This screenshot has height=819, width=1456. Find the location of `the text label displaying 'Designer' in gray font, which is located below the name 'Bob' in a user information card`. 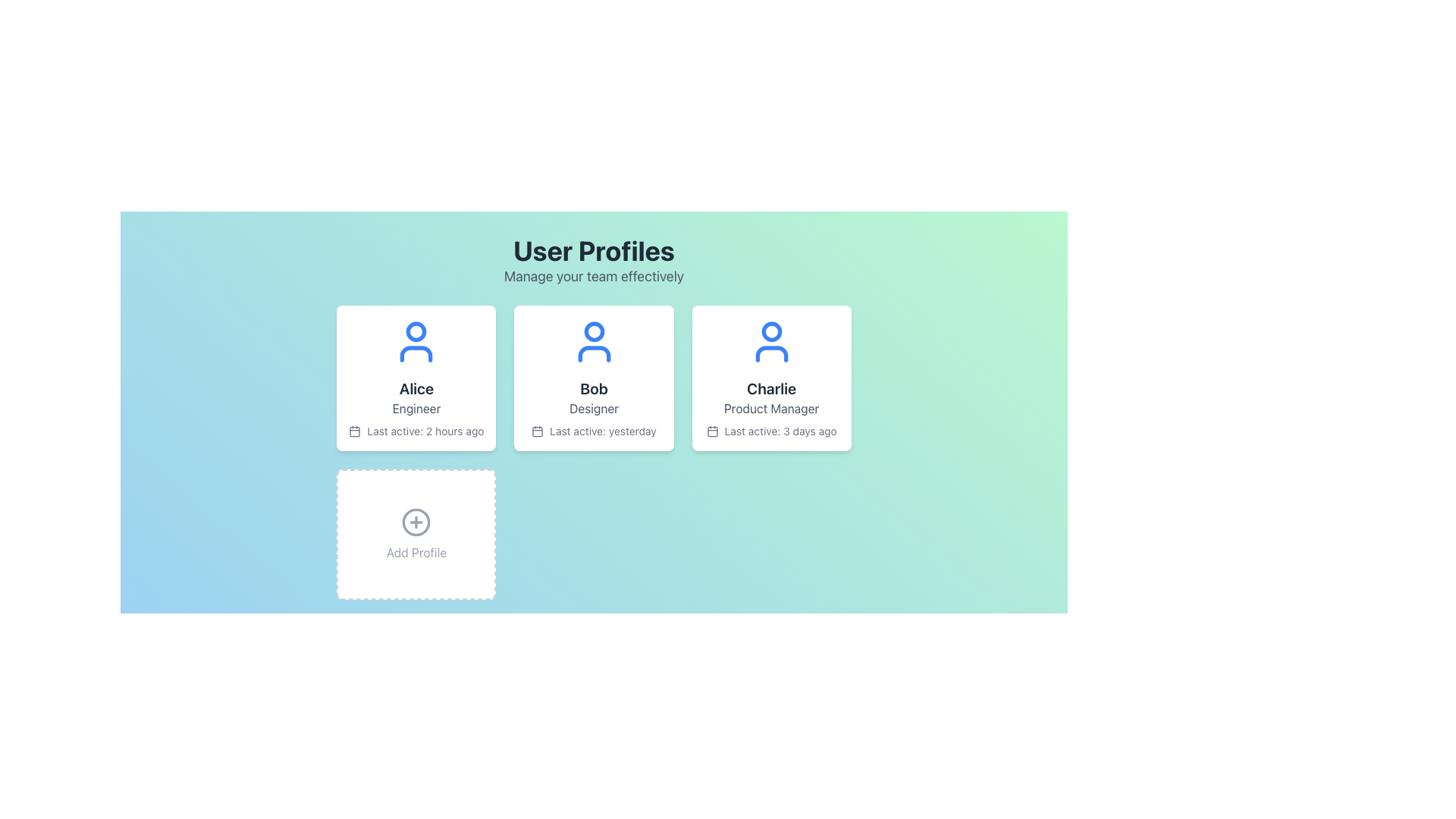

the text label displaying 'Designer' in gray font, which is located below the name 'Bob' in a user information card is located at coordinates (593, 408).